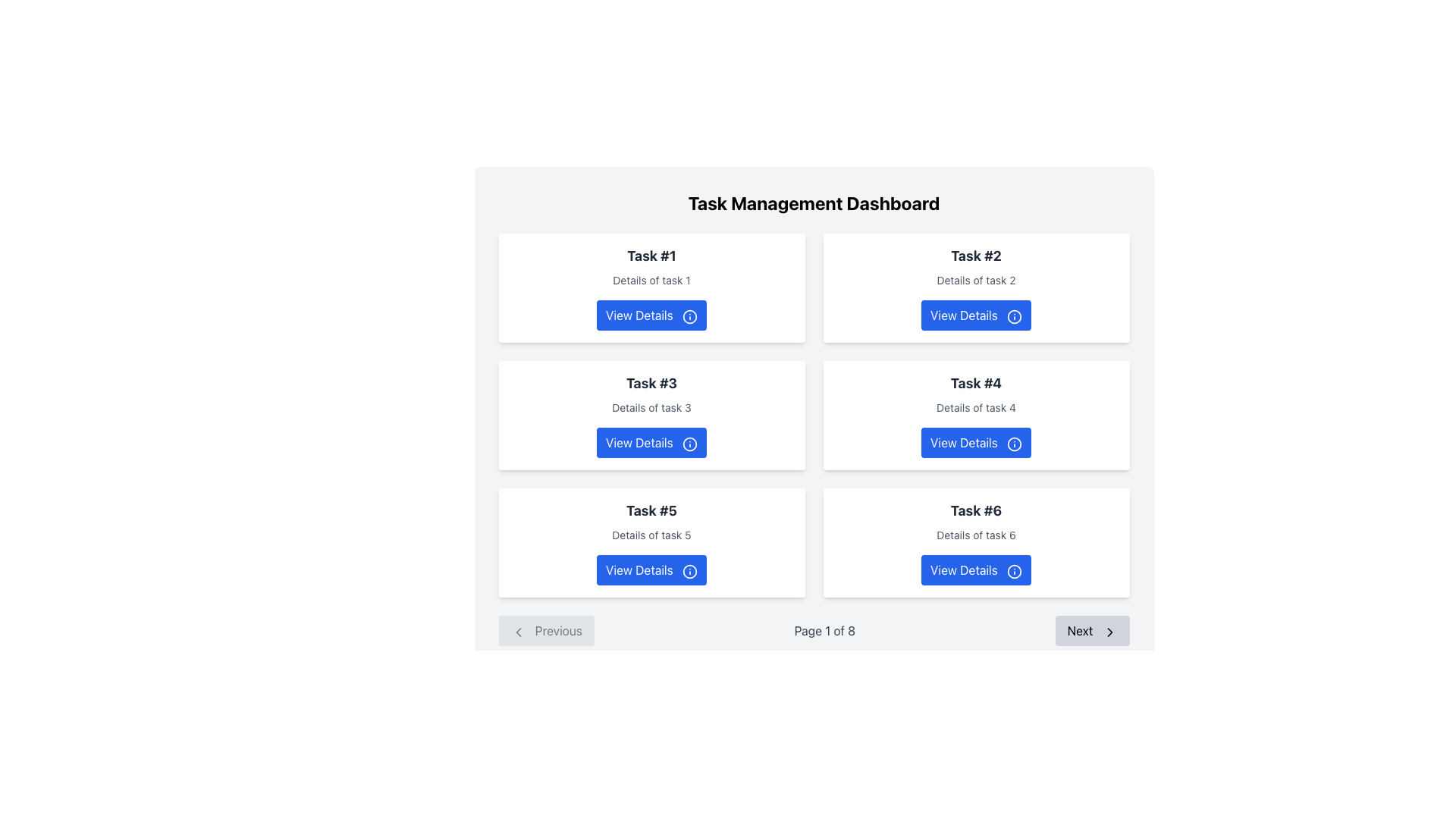 The height and width of the screenshot is (819, 1456). Describe the element at coordinates (1015, 571) in the screenshot. I see `the icon located at the bottom-right corner of the 'View Details' button on the task card for 'Task #6'` at that location.